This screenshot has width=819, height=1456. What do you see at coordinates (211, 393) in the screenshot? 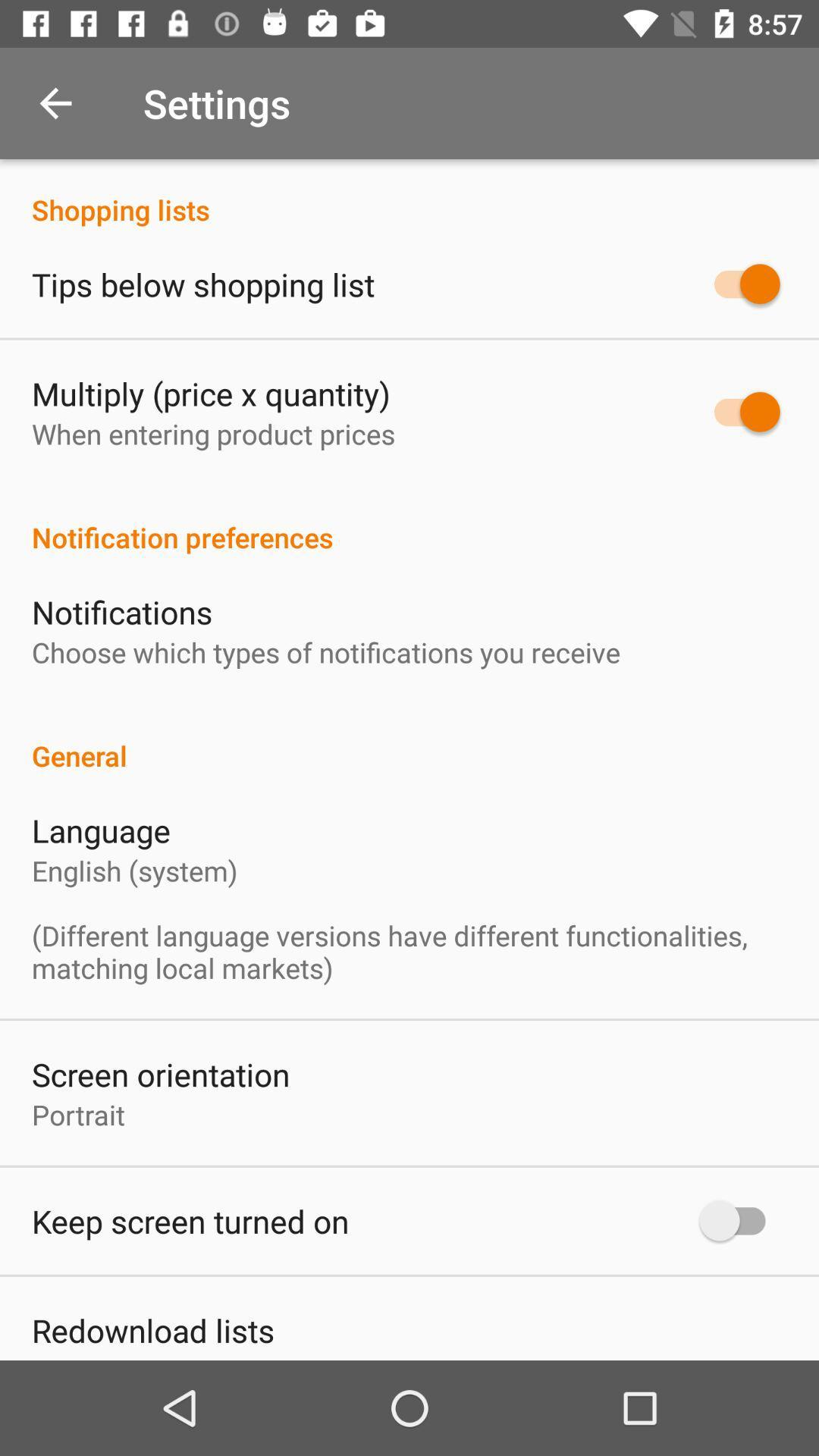
I see `multiply price x icon` at bounding box center [211, 393].